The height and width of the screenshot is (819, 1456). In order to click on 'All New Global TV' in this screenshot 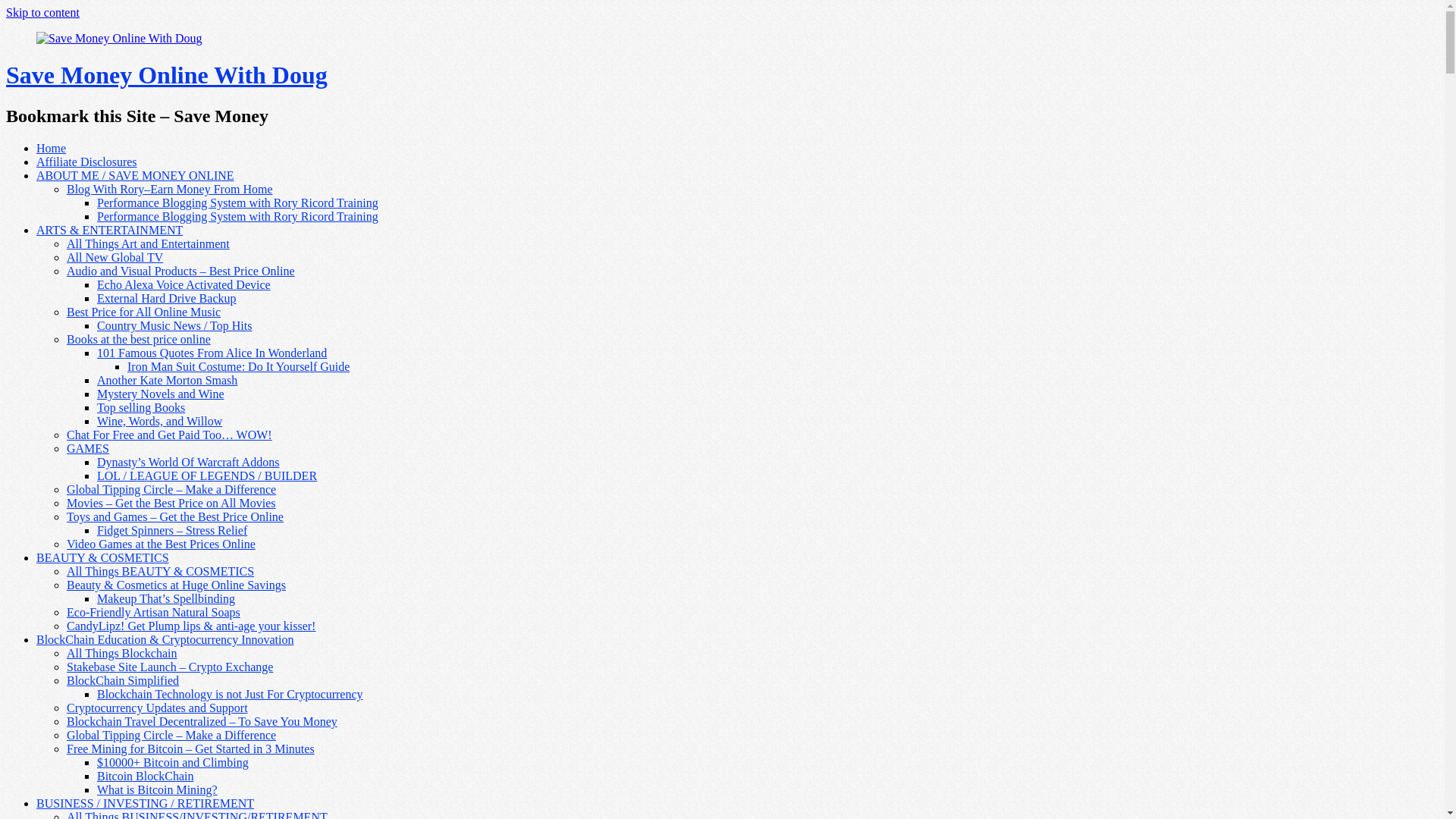, I will do `click(114, 256)`.